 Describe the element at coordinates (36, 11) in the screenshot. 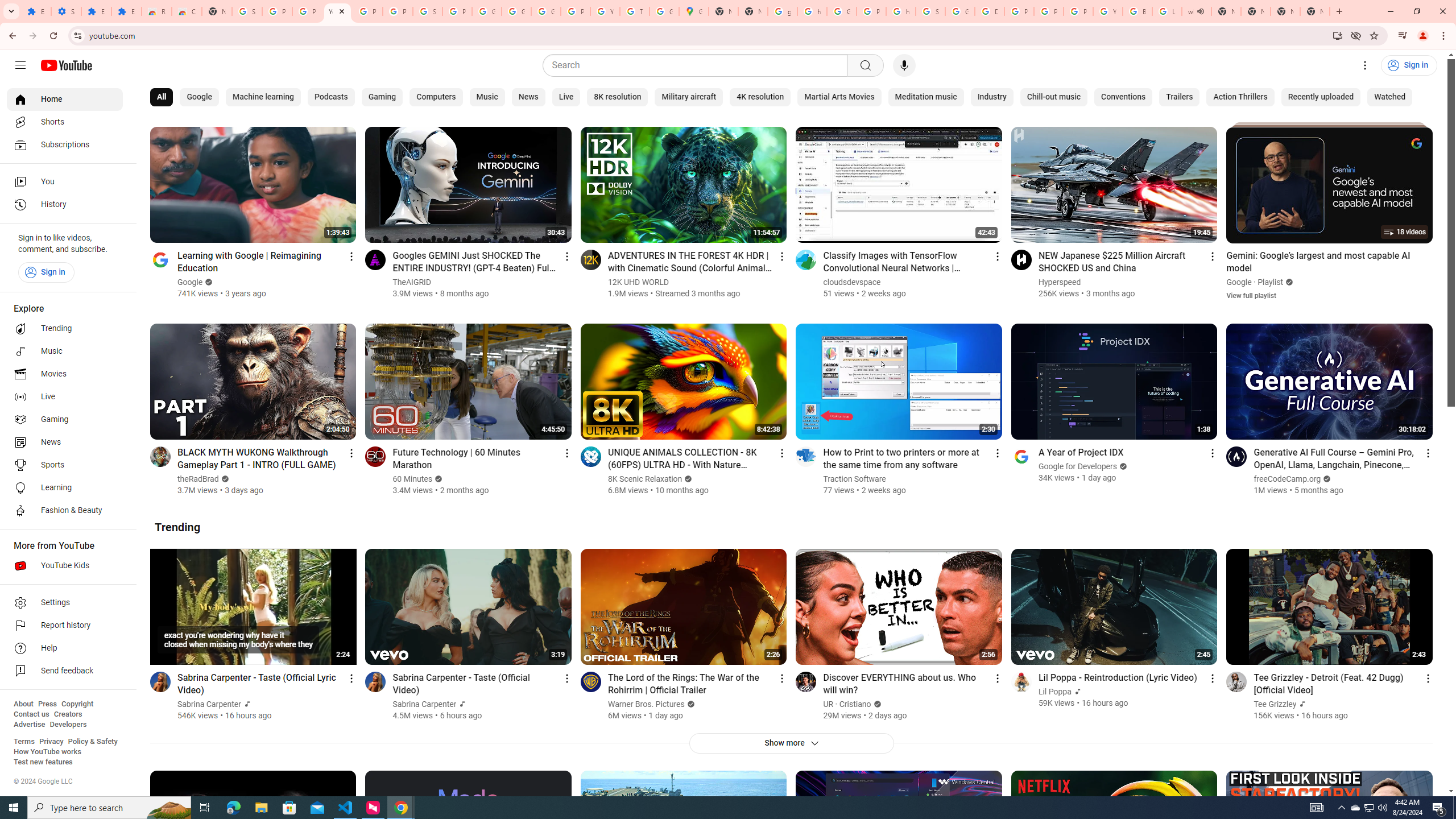

I see `'Extensions'` at that location.